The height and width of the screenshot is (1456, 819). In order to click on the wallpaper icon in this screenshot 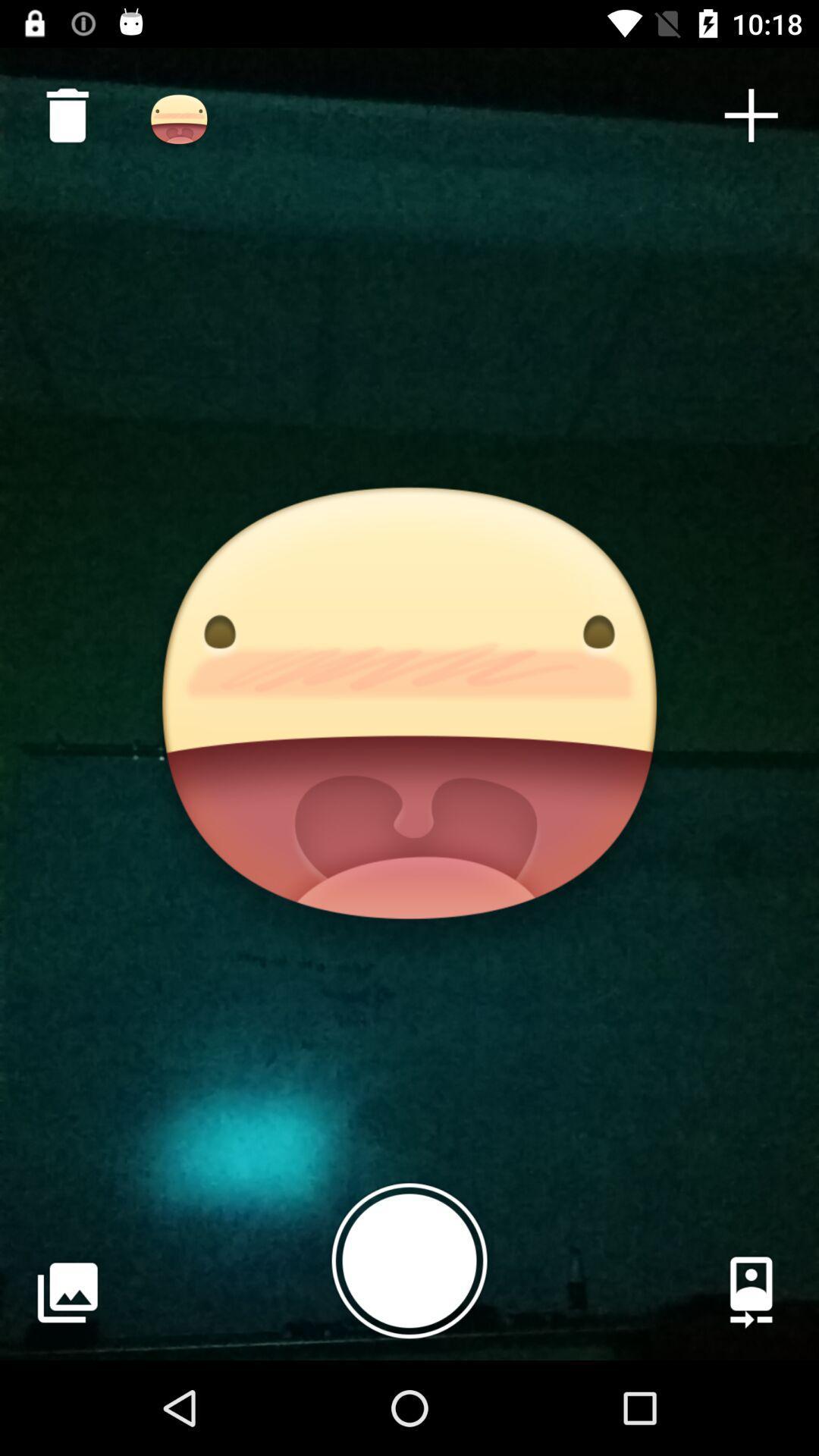, I will do `click(67, 1291)`.